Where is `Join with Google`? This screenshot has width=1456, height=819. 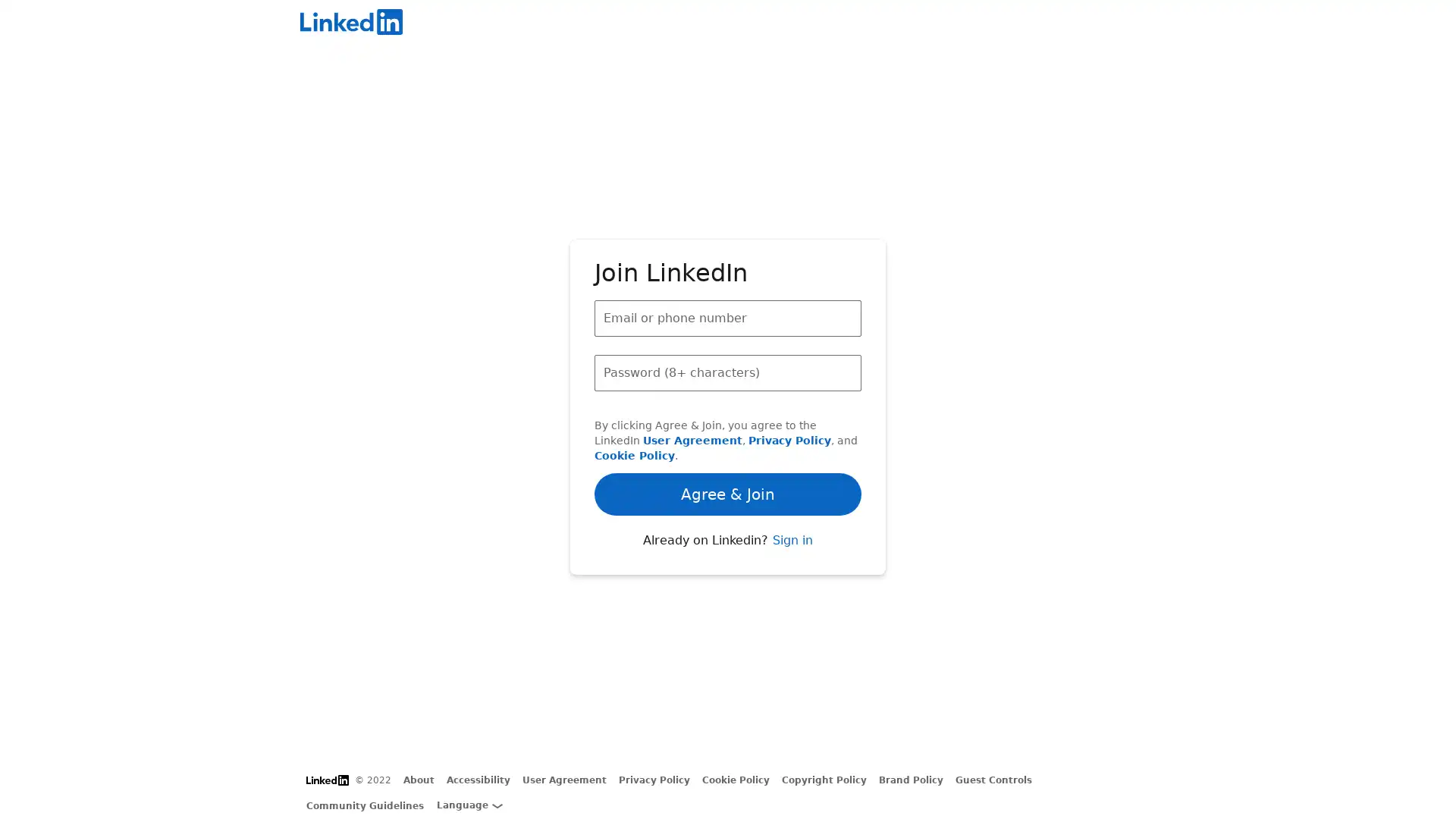
Join with Google is located at coordinates (728, 535).